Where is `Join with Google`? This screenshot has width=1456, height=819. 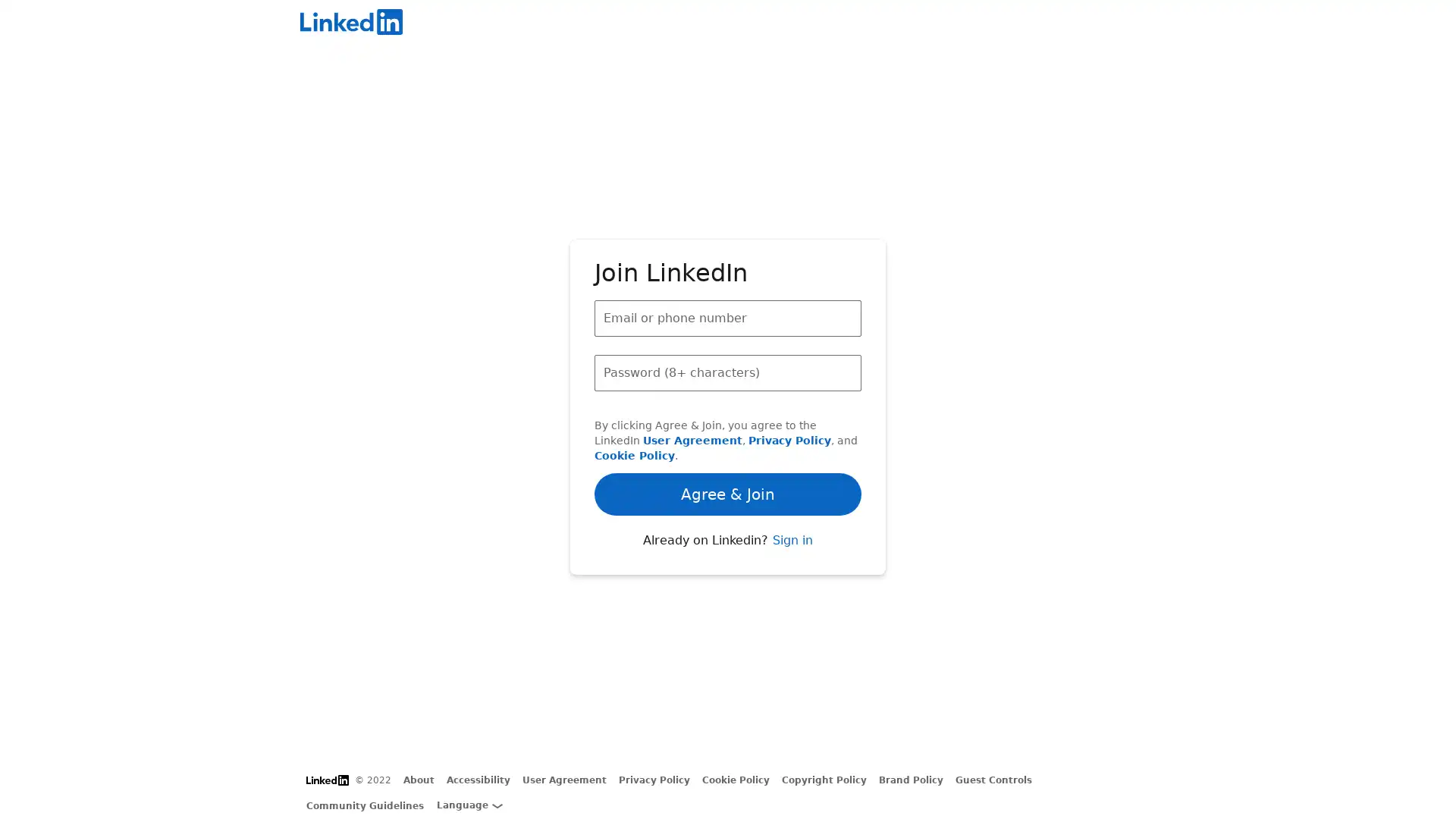
Join with Google is located at coordinates (728, 535).